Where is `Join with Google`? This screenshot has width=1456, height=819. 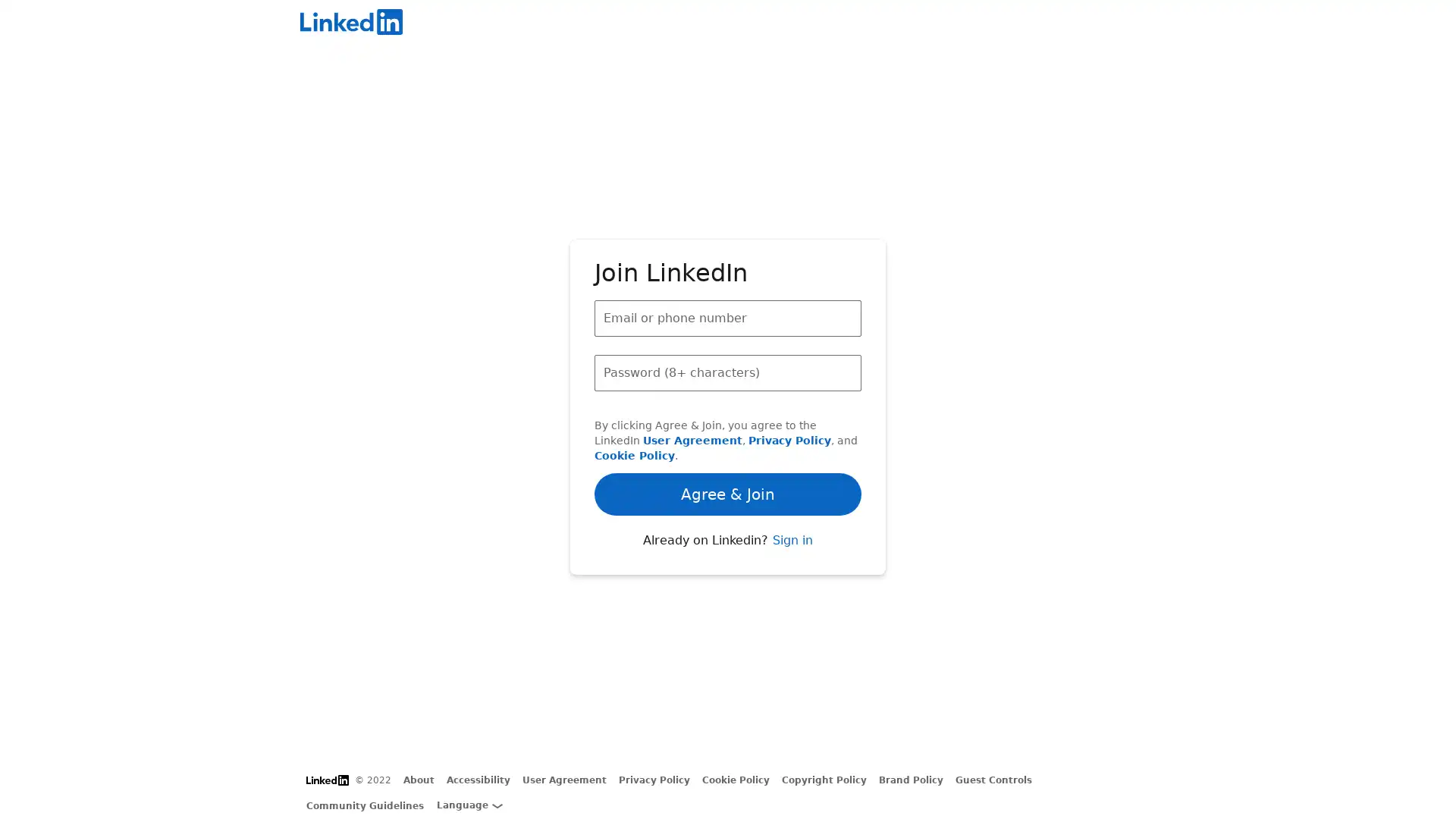
Join with Google is located at coordinates (728, 535).